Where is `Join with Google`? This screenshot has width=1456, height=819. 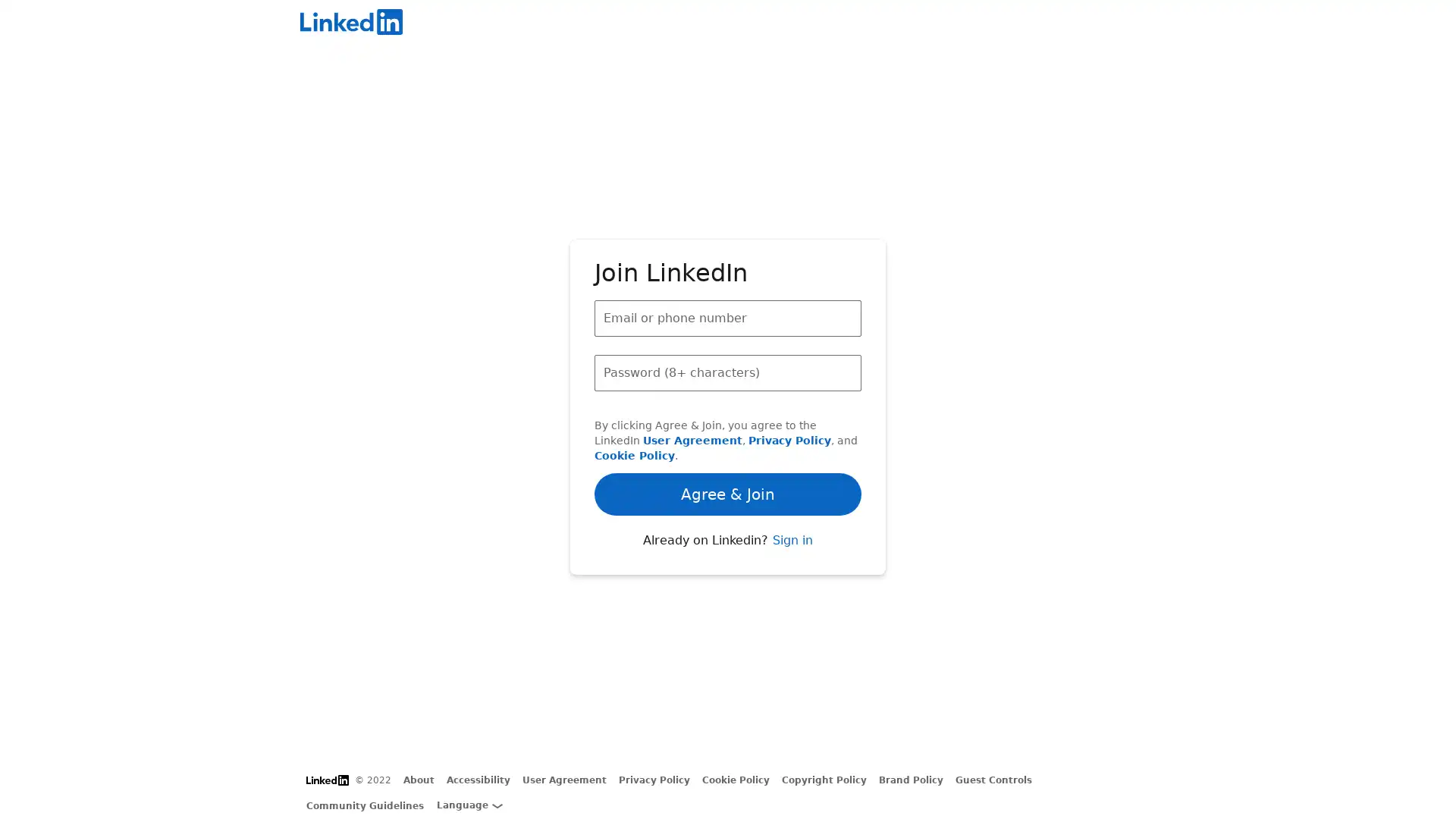
Join with Google is located at coordinates (728, 535).